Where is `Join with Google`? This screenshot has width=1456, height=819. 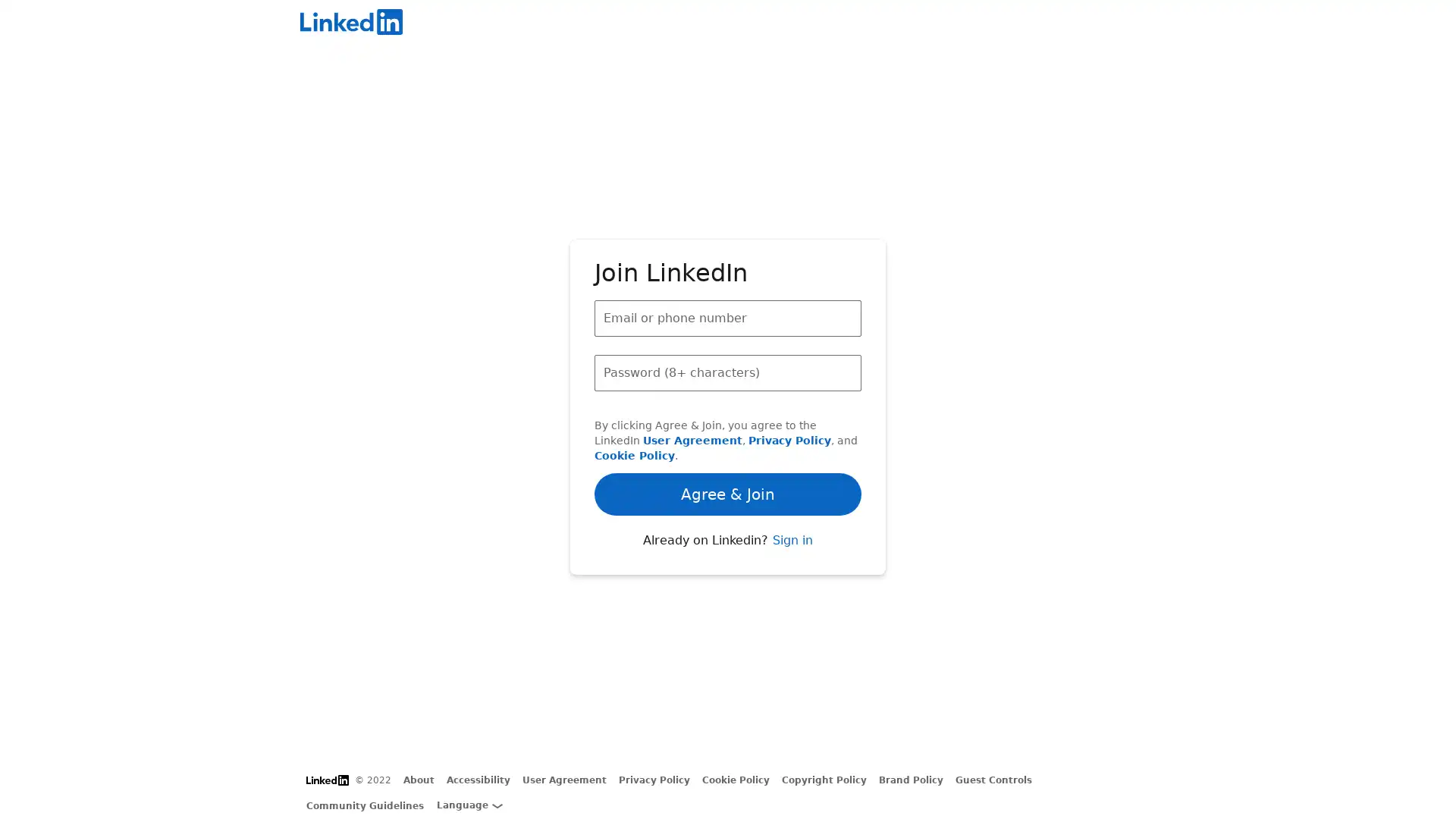
Join with Google is located at coordinates (728, 535).